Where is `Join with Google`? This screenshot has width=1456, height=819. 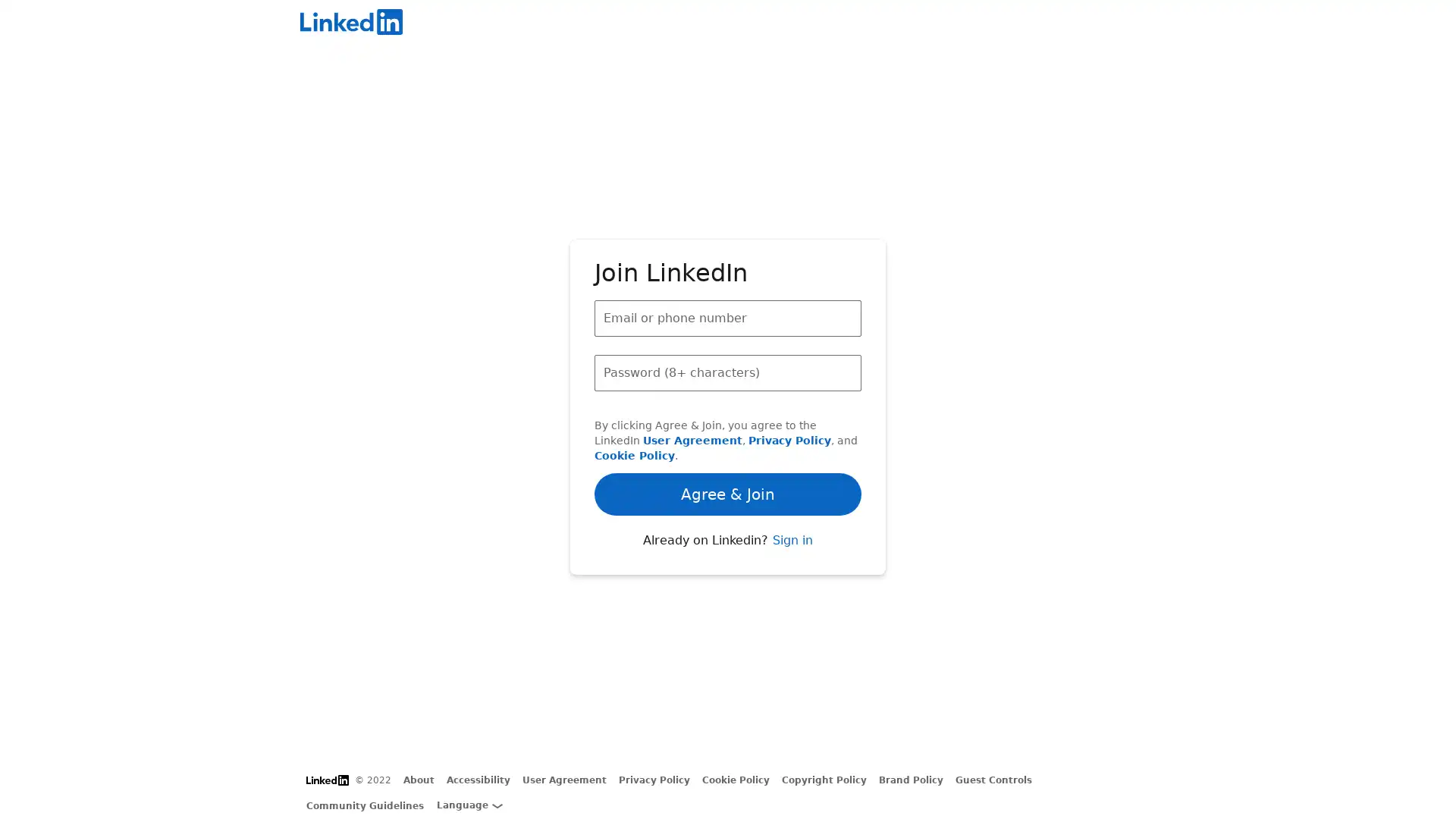
Join with Google is located at coordinates (728, 535).